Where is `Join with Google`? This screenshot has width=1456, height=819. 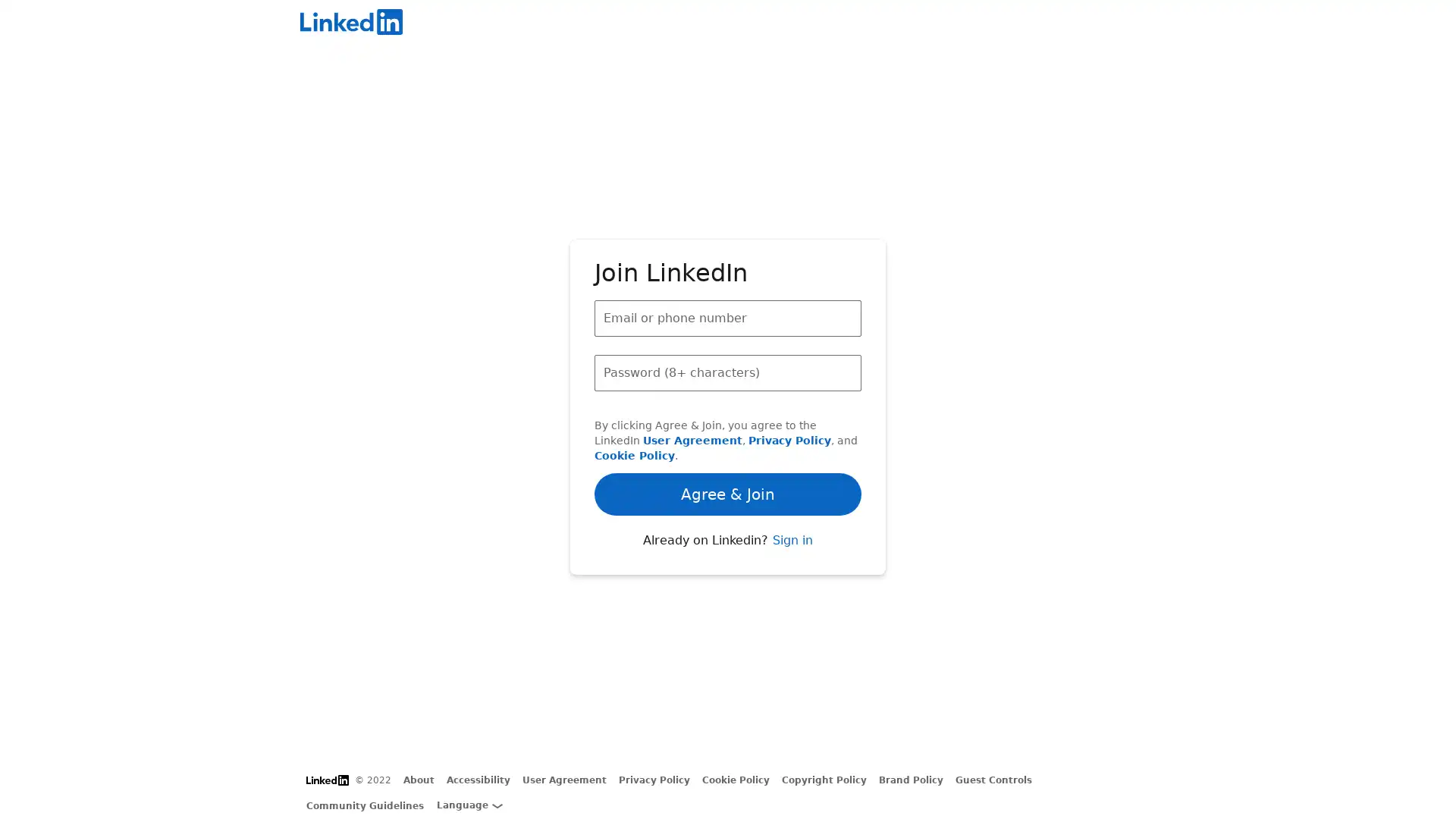
Join with Google is located at coordinates (728, 535).